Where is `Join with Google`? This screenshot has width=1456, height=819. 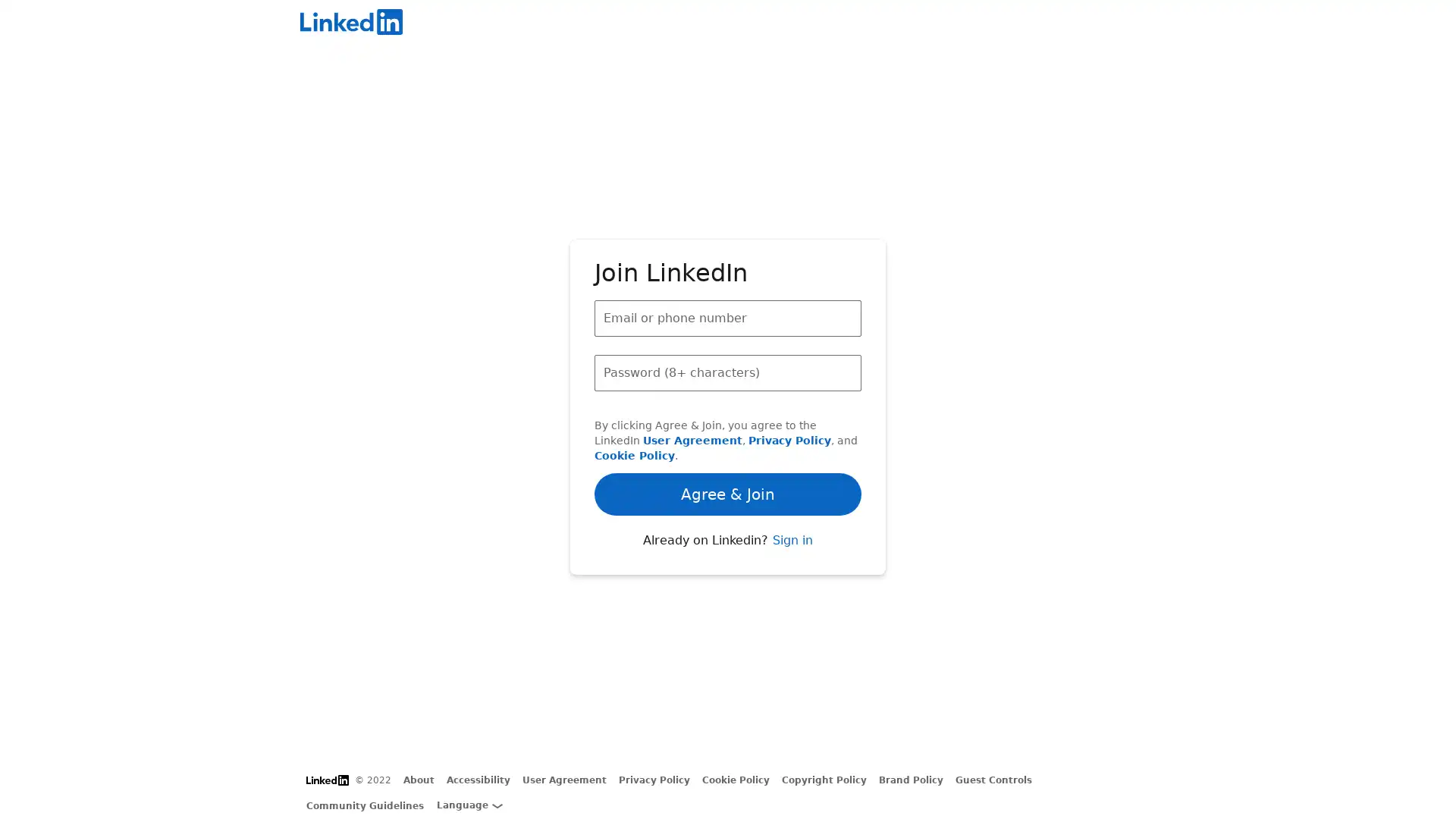
Join with Google is located at coordinates (728, 535).